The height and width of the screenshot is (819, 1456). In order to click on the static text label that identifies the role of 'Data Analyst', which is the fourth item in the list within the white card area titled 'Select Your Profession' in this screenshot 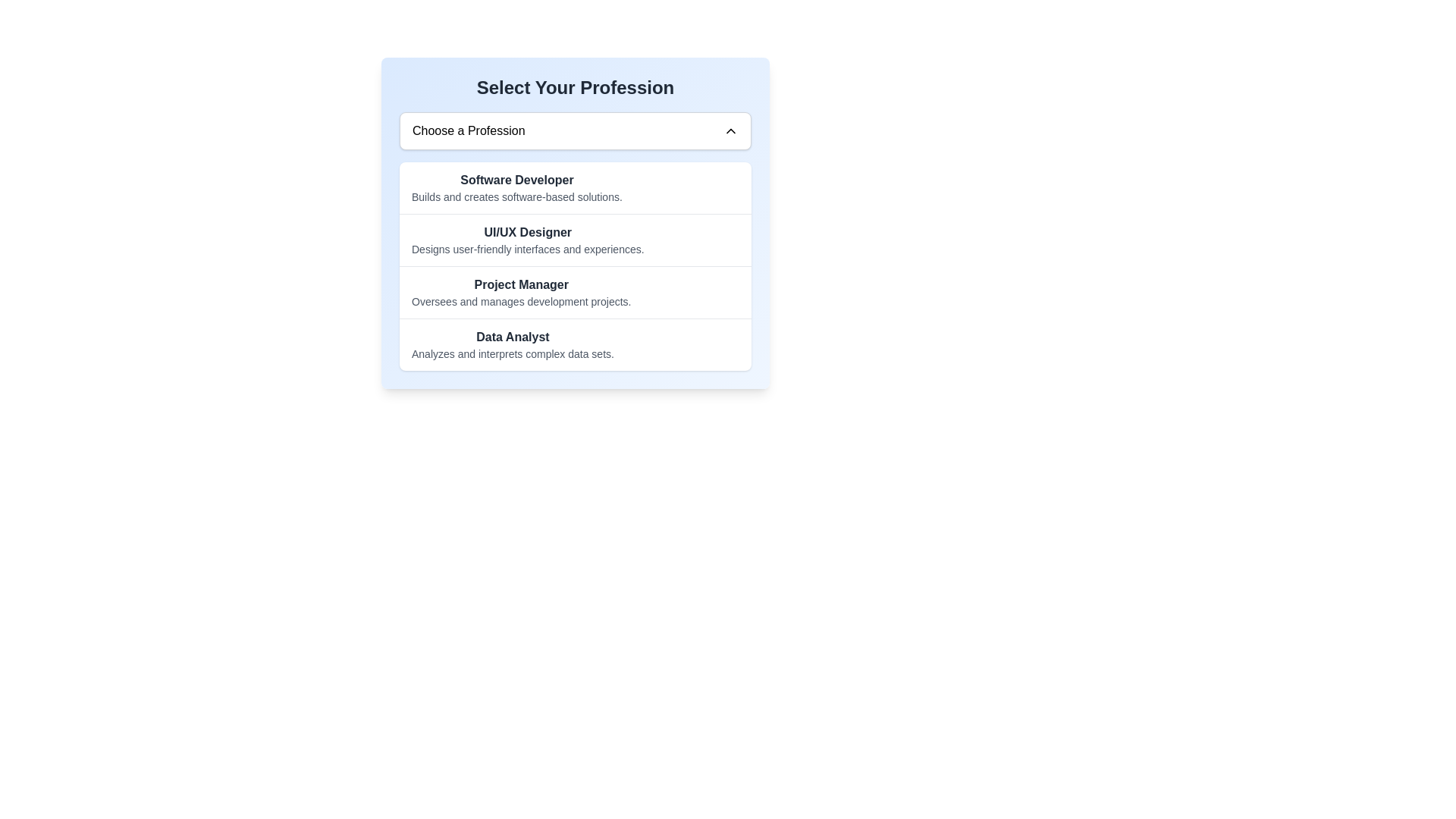, I will do `click(574, 344)`.